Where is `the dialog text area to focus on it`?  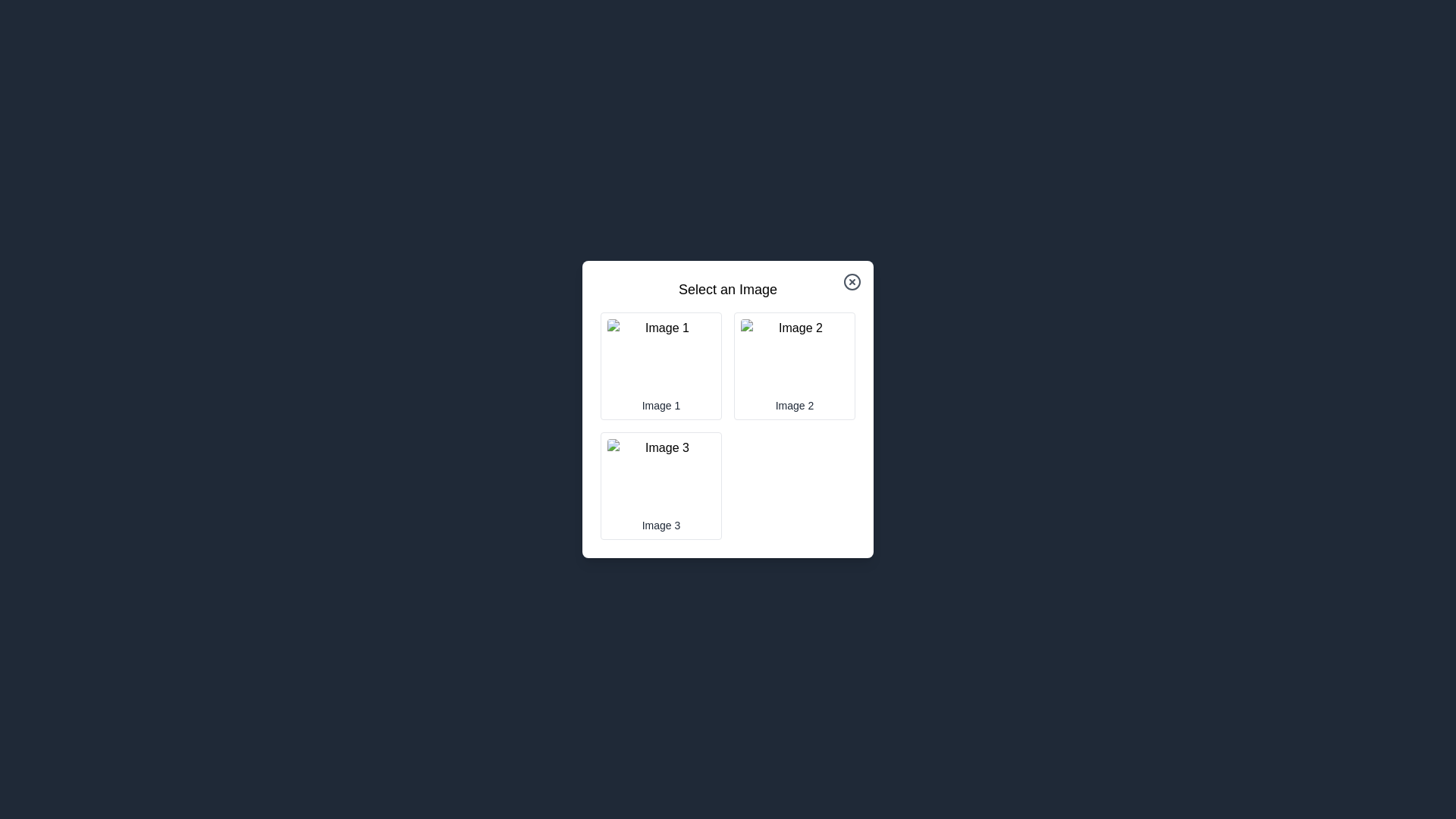
the dialog text area to focus on it is located at coordinates (728, 289).